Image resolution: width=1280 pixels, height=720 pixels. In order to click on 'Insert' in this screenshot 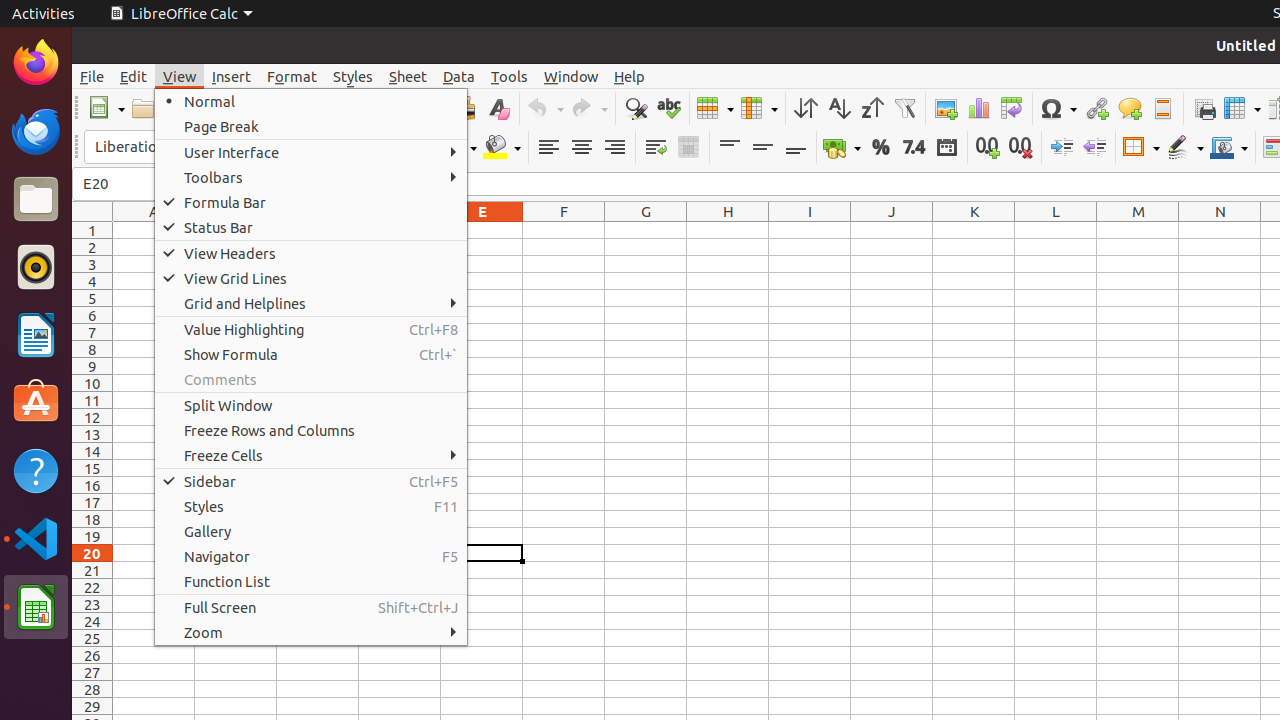, I will do `click(231, 75)`.